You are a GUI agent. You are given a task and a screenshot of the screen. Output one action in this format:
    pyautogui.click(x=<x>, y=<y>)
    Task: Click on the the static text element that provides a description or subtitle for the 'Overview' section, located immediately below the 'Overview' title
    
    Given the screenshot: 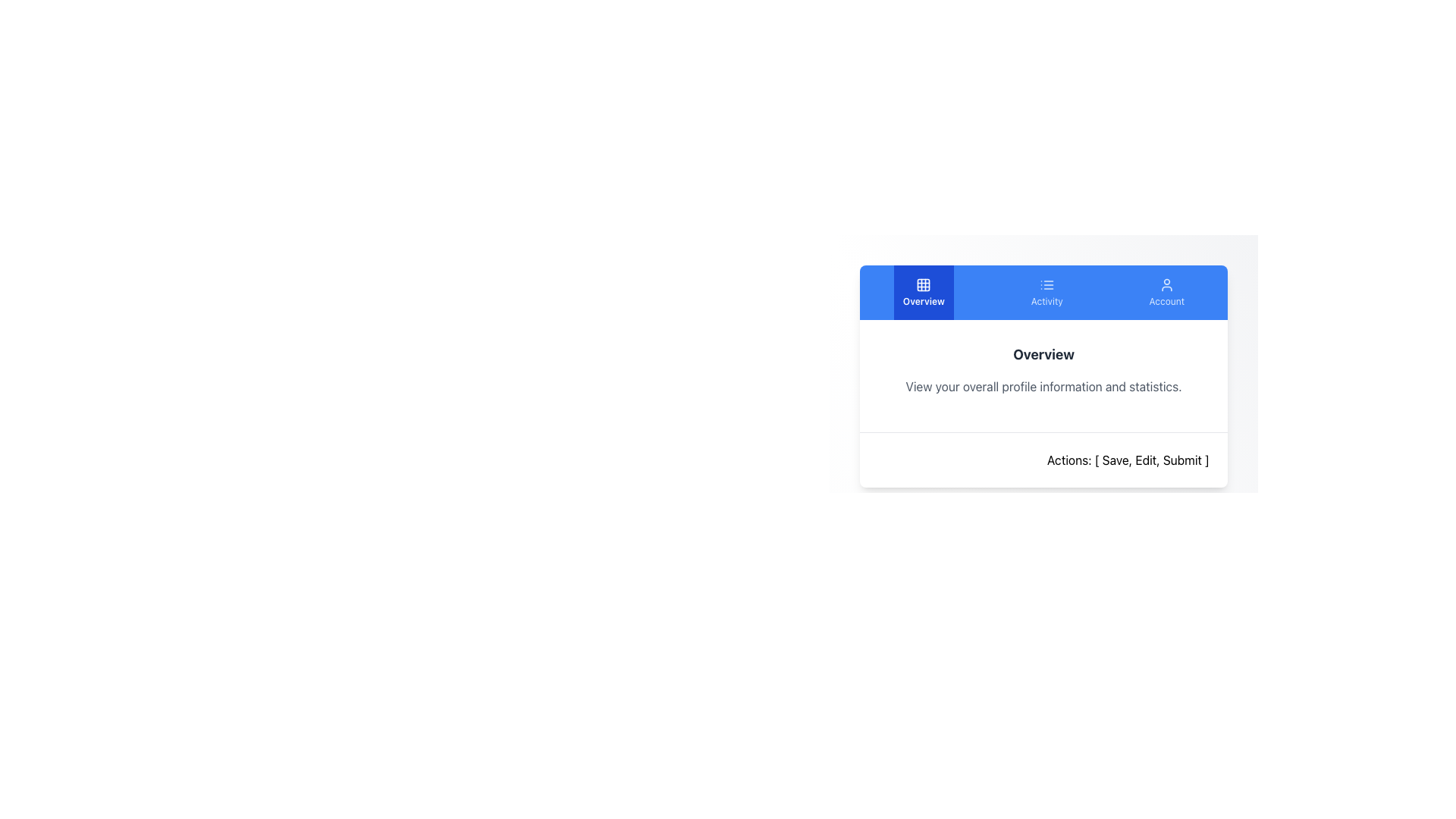 What is the action you would take?
    pyautogui.click(x=1043, y=385)
    